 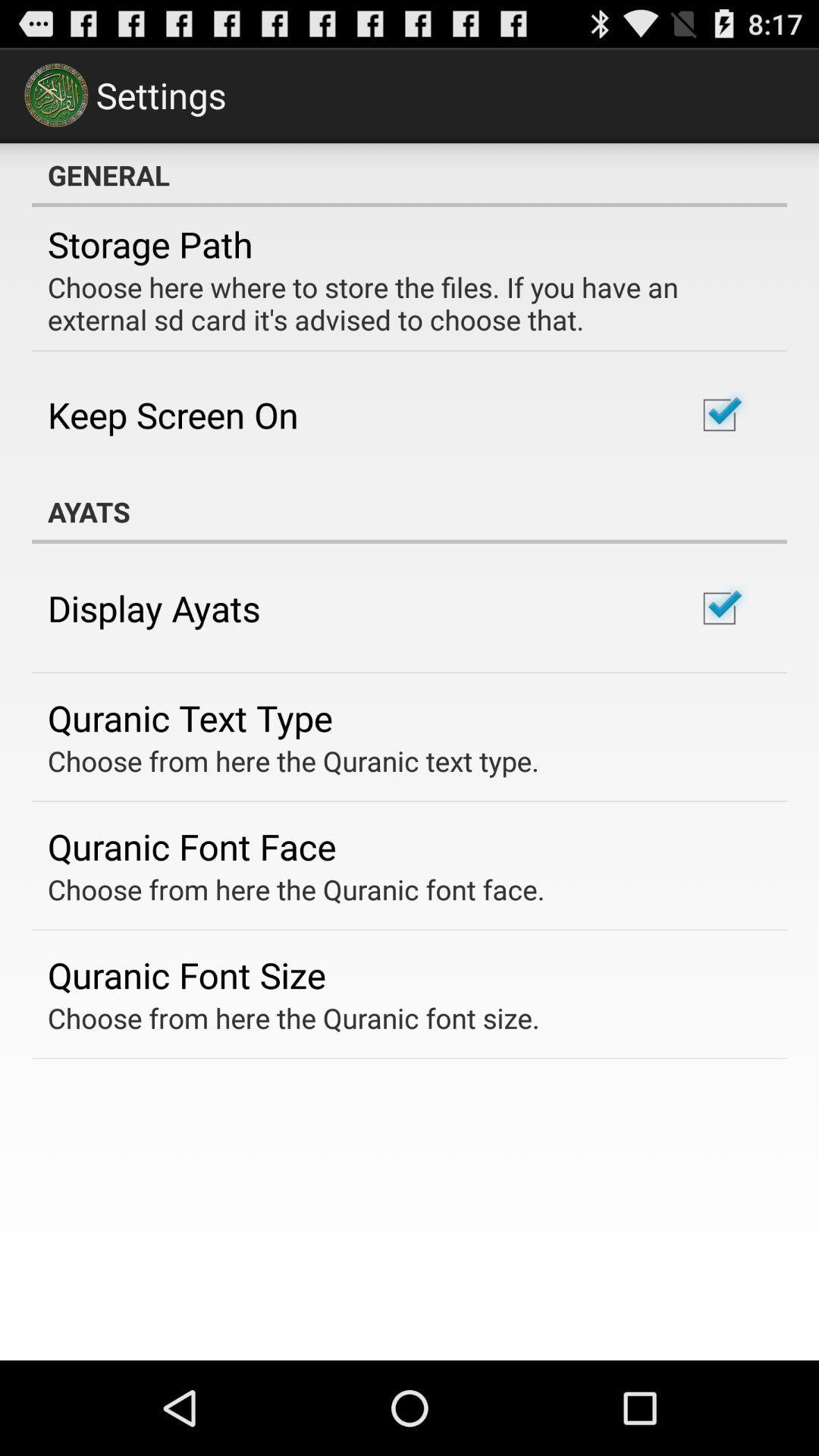 What do you see at coordinates (172, 415) in the screenshot?
I see `item below choose here where item` at bounding box center [172, 415].